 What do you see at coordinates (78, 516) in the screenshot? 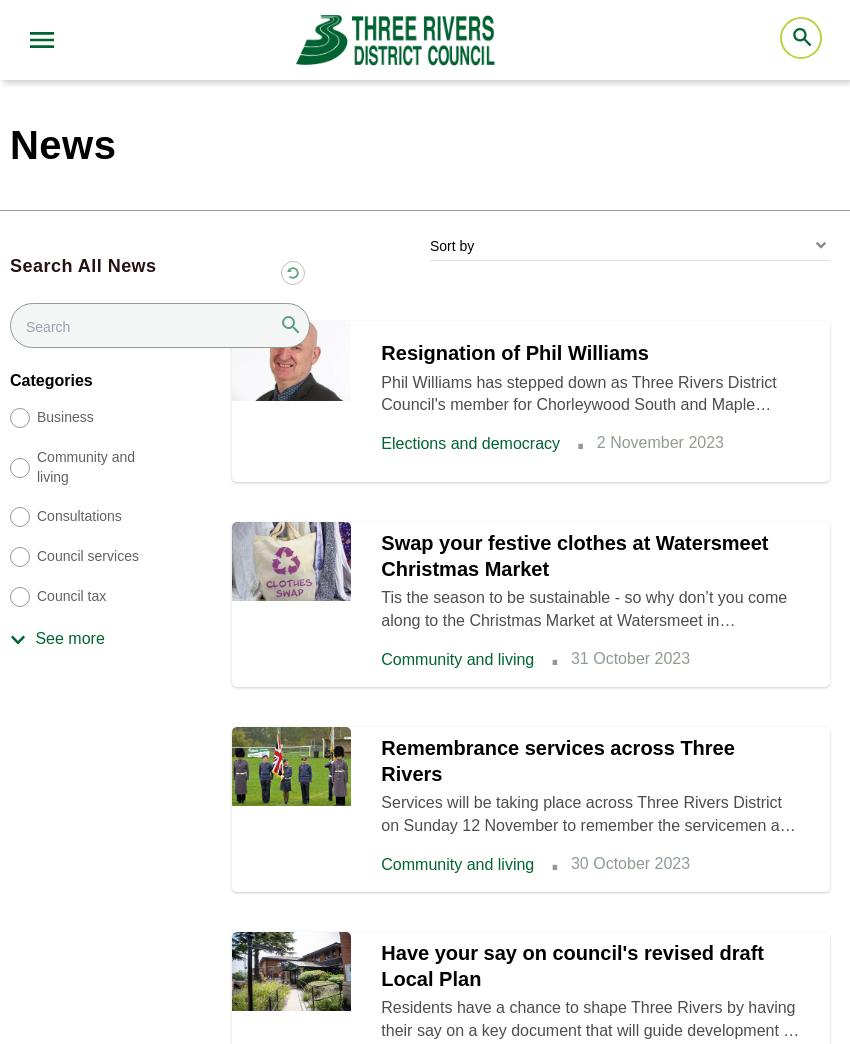
I see `'Consultations'` at bounding box center [78, 516].